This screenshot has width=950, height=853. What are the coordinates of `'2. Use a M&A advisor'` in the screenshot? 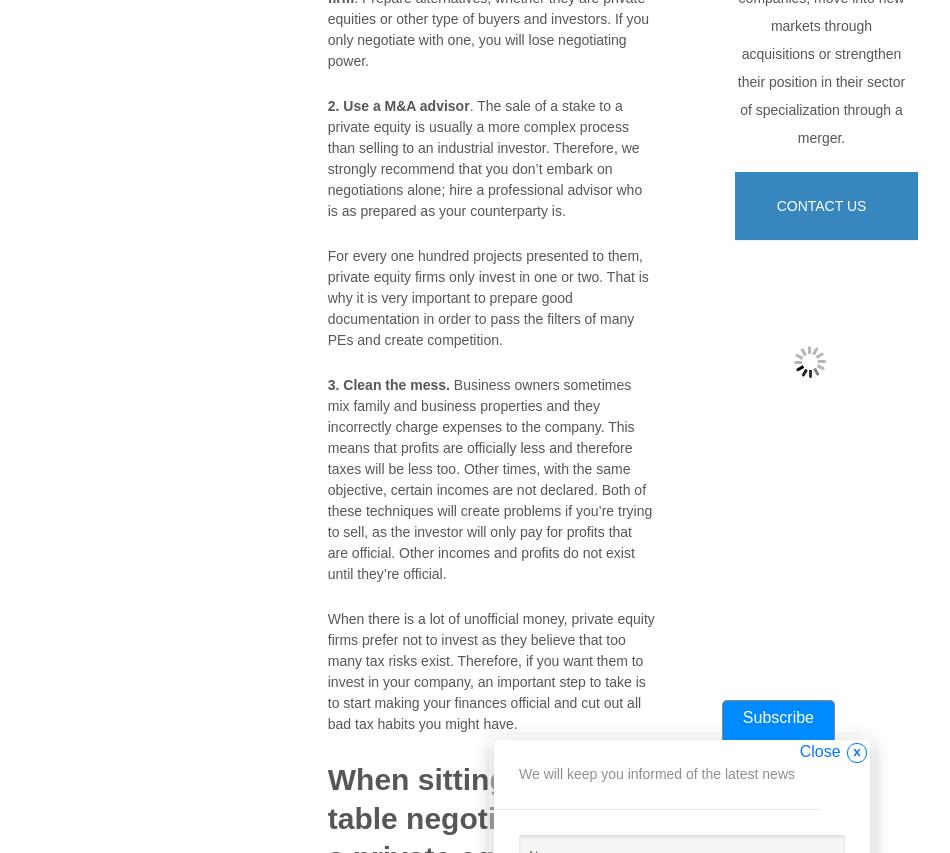 It's located at (396, 105).